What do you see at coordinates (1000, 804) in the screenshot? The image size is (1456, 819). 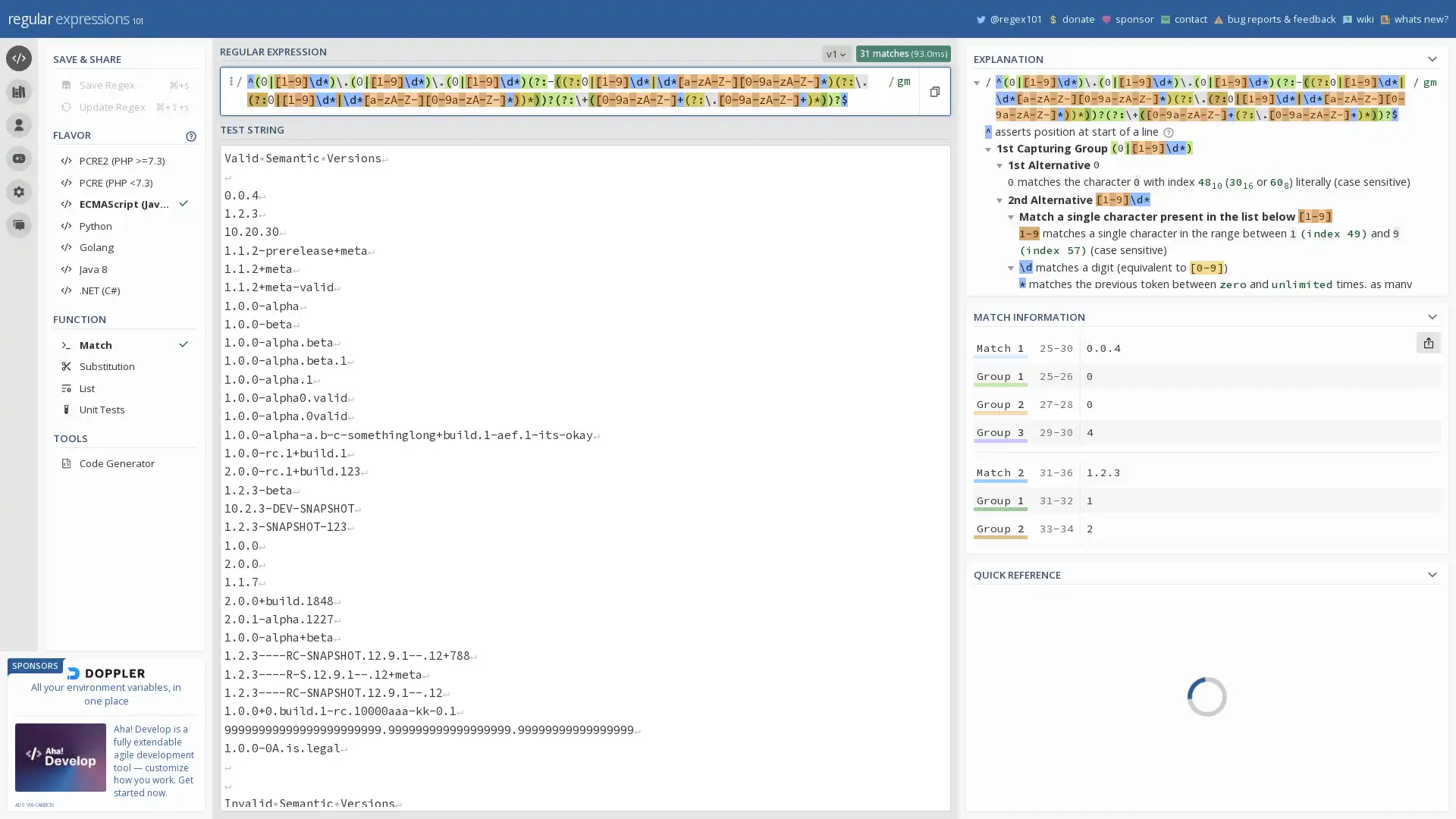 I see `Group 3` at bounding box center [1000, 804].